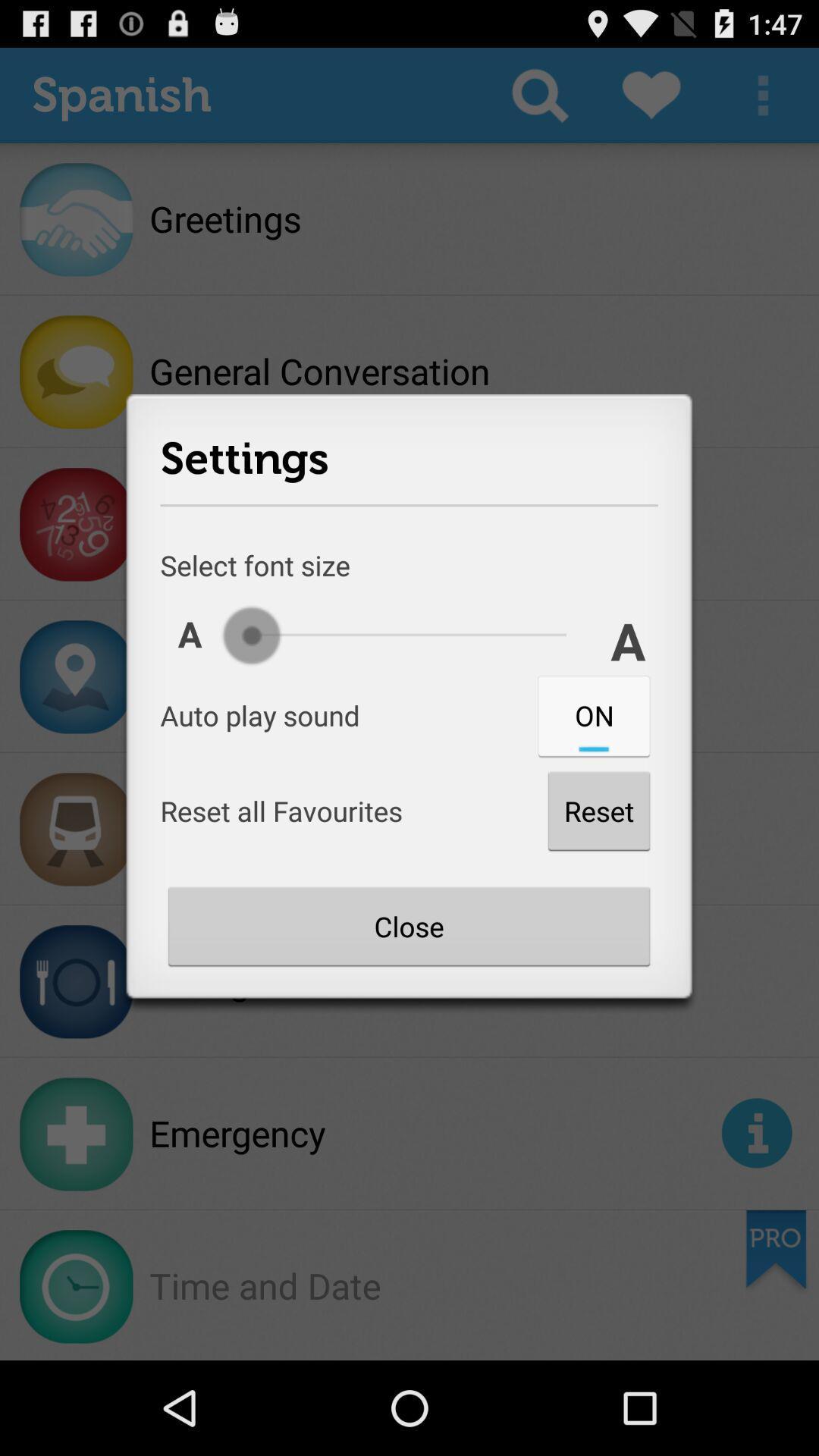  I want to click on item above reset button, so click(593, 714).